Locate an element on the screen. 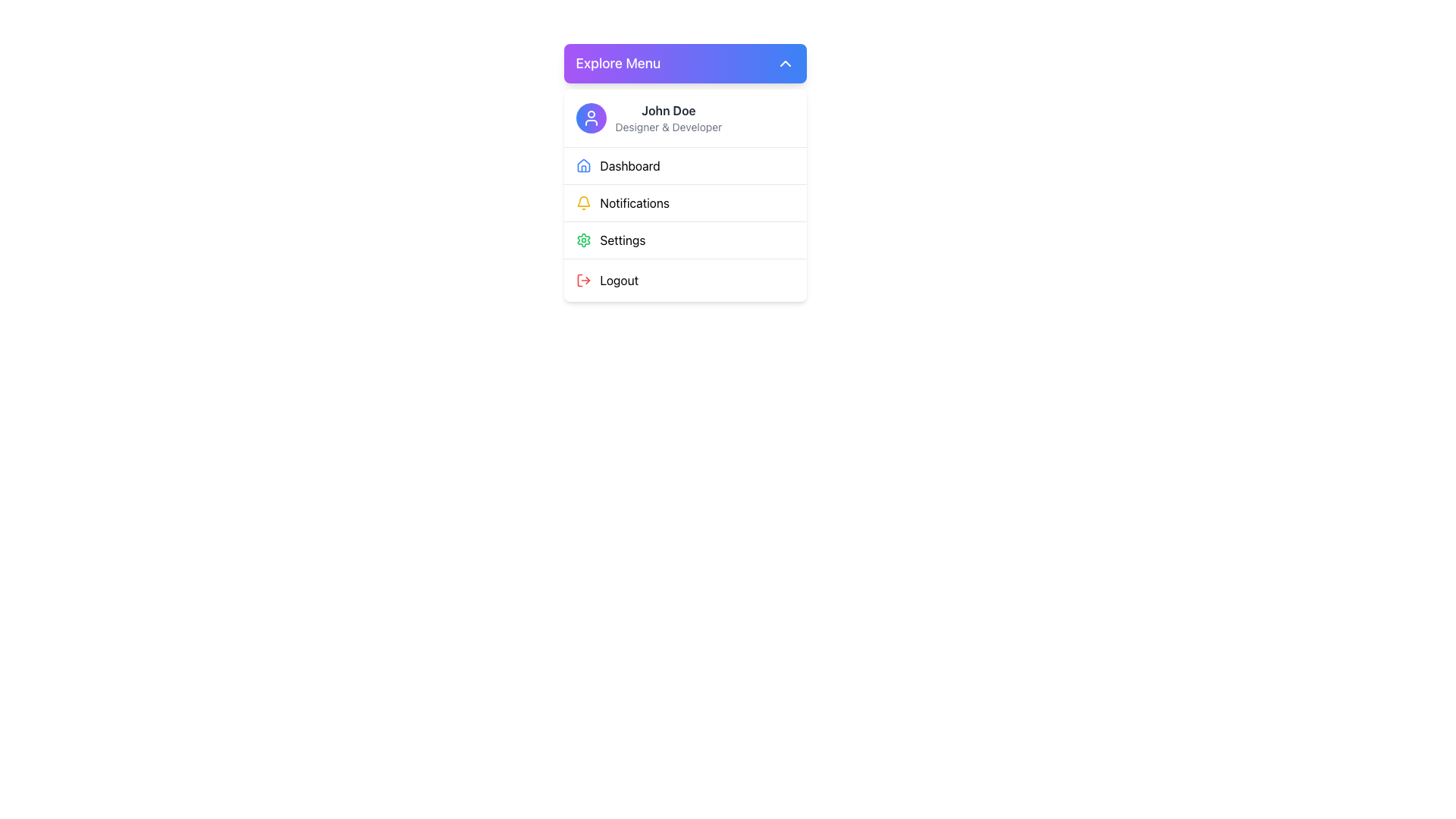  the house-shaped 'Dashboard' icon in the vertical menu to visually represent the navigation option is located at coordinates (582, 165).